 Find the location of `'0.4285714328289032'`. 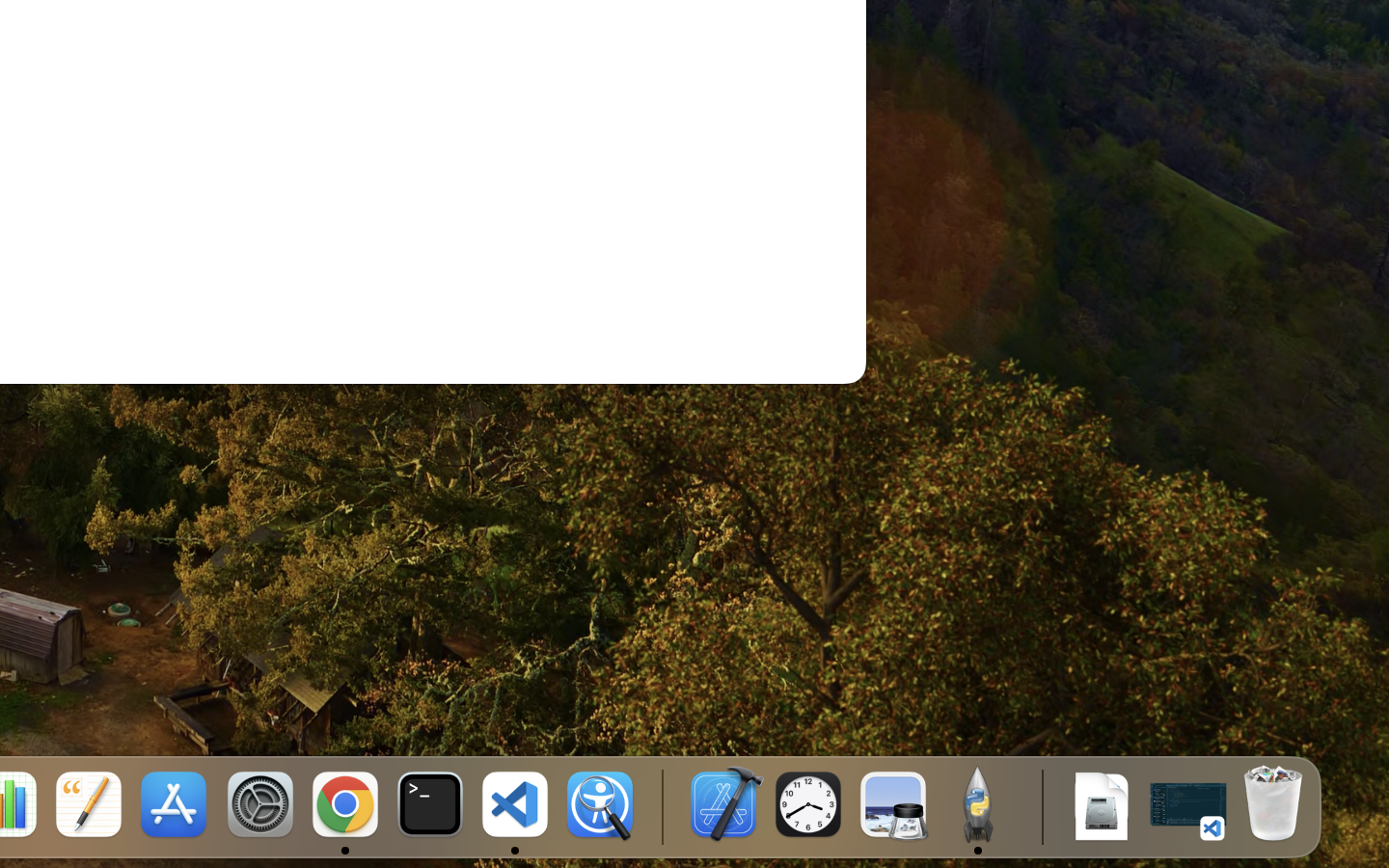

'0.4285714328289032' is located at coordinates (661, 805).